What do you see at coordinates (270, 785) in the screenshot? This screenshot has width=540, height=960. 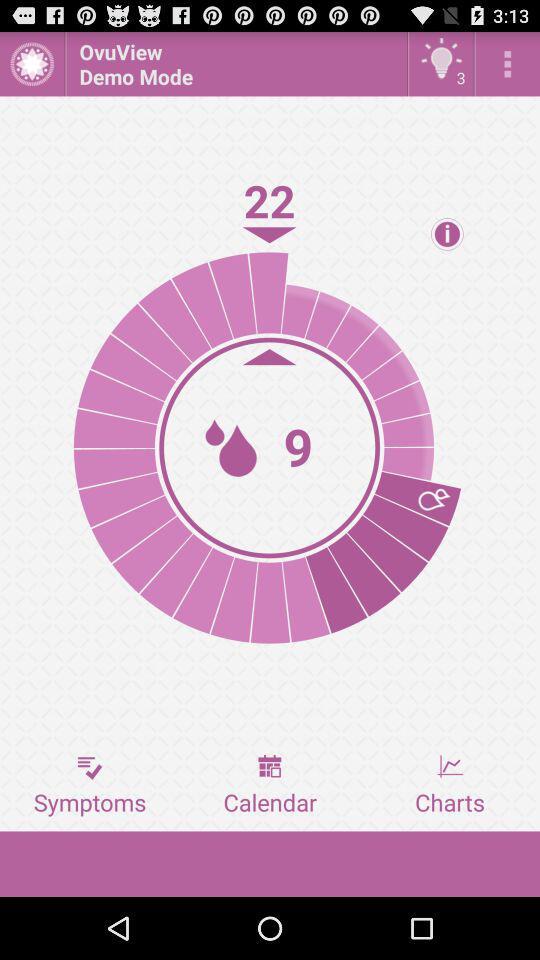 I see `the button to the right of symptoms icon` at bounding box center [270, 785].